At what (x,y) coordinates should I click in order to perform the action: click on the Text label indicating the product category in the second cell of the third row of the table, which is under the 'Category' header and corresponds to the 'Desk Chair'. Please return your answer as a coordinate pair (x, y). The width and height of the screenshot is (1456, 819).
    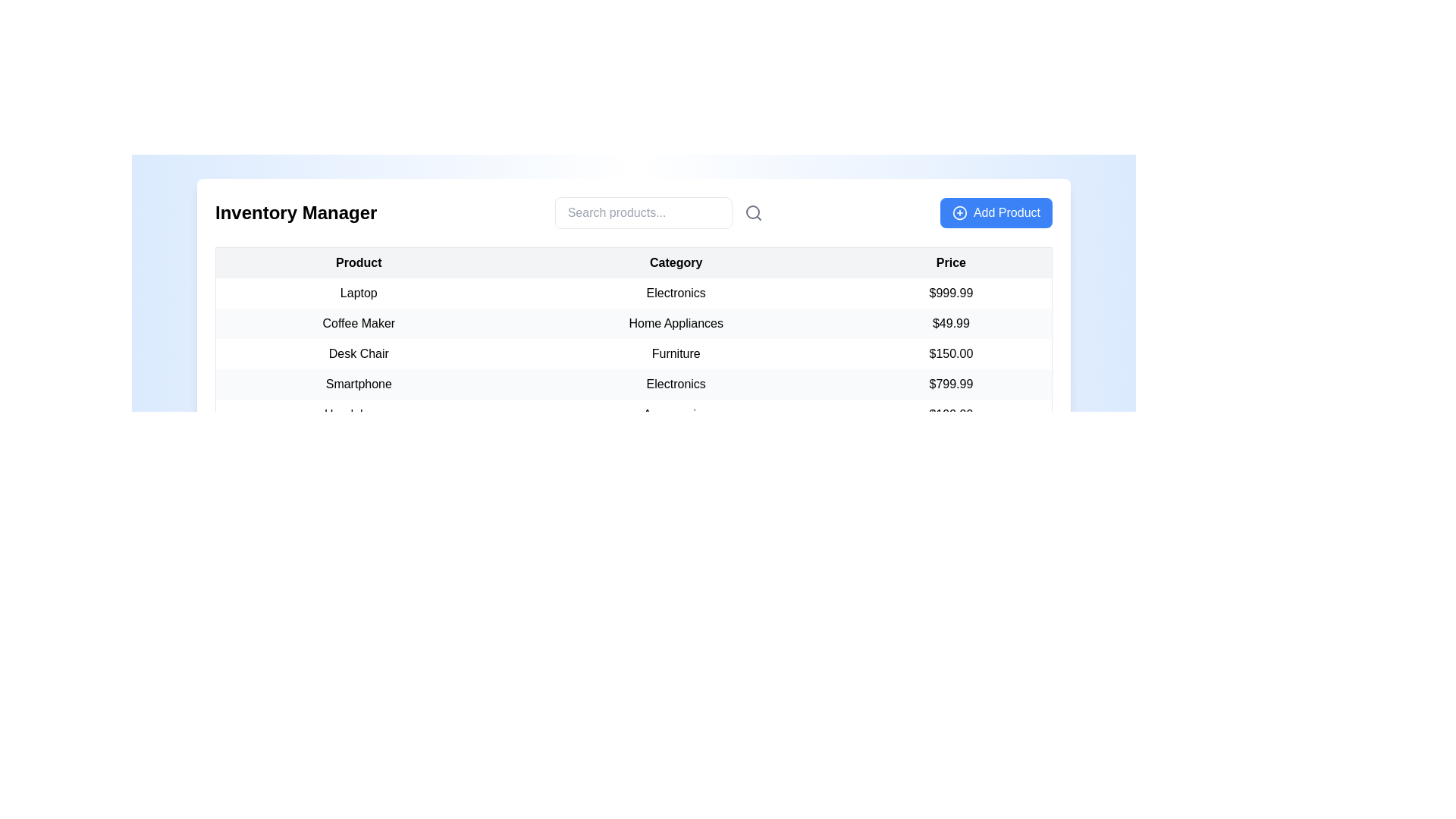
    Looking at the image, I should click on (675, 353).